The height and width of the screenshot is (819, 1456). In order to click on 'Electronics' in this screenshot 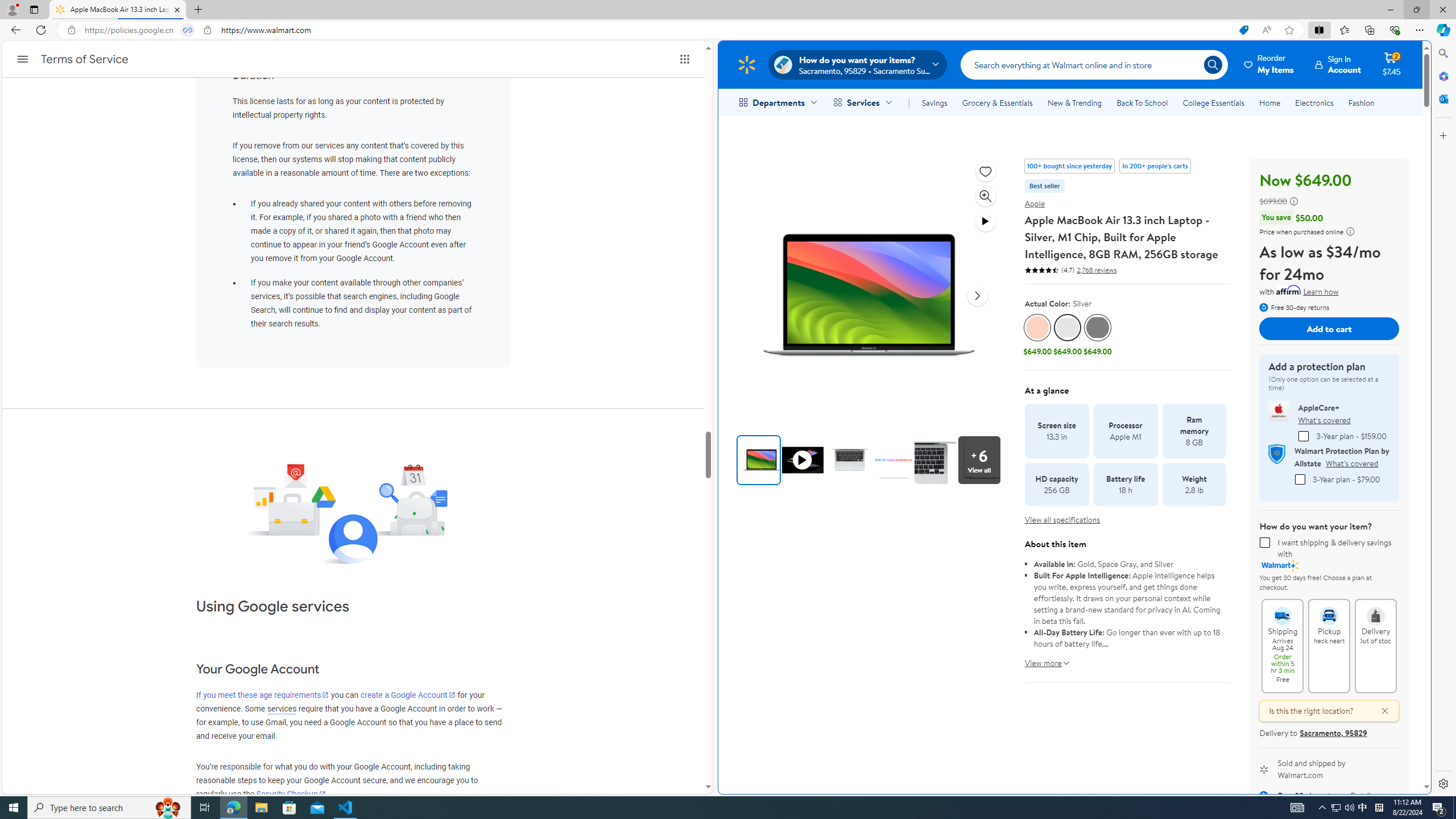, I will do `click(1314, 102)`.